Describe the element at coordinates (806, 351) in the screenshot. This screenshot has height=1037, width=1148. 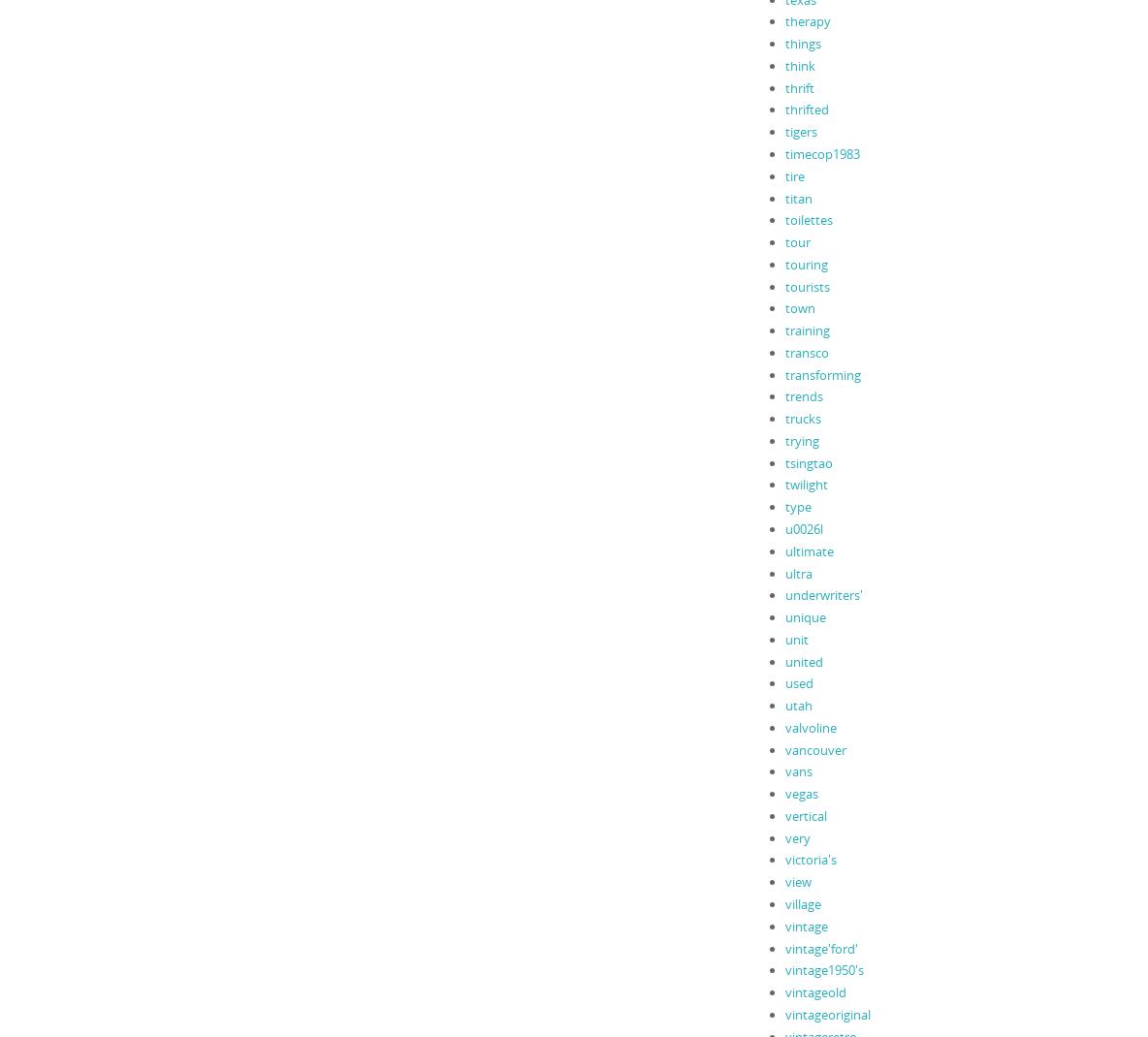
I see `'transco'` at that location.